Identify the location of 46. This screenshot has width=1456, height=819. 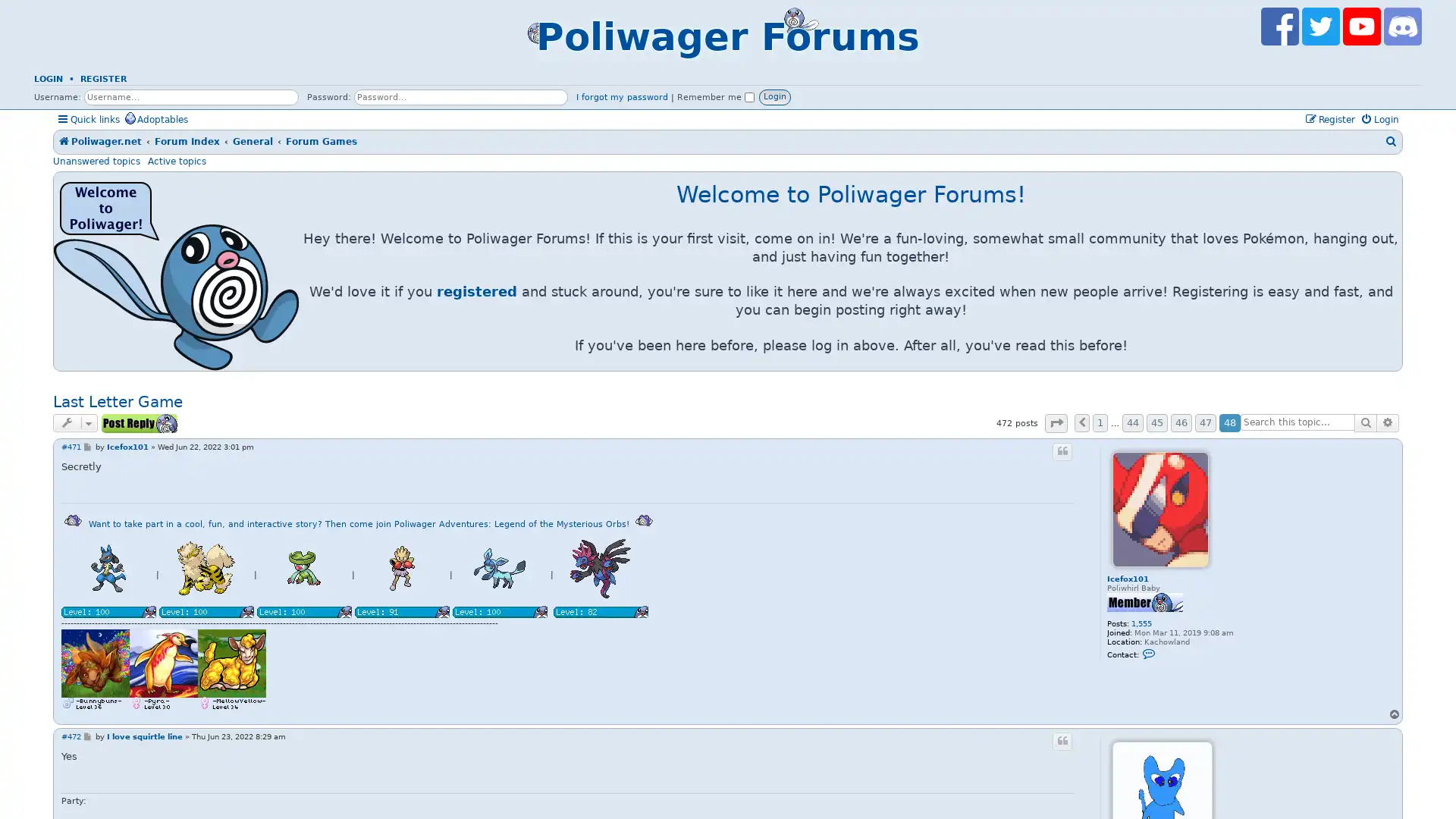
(1181, 423).